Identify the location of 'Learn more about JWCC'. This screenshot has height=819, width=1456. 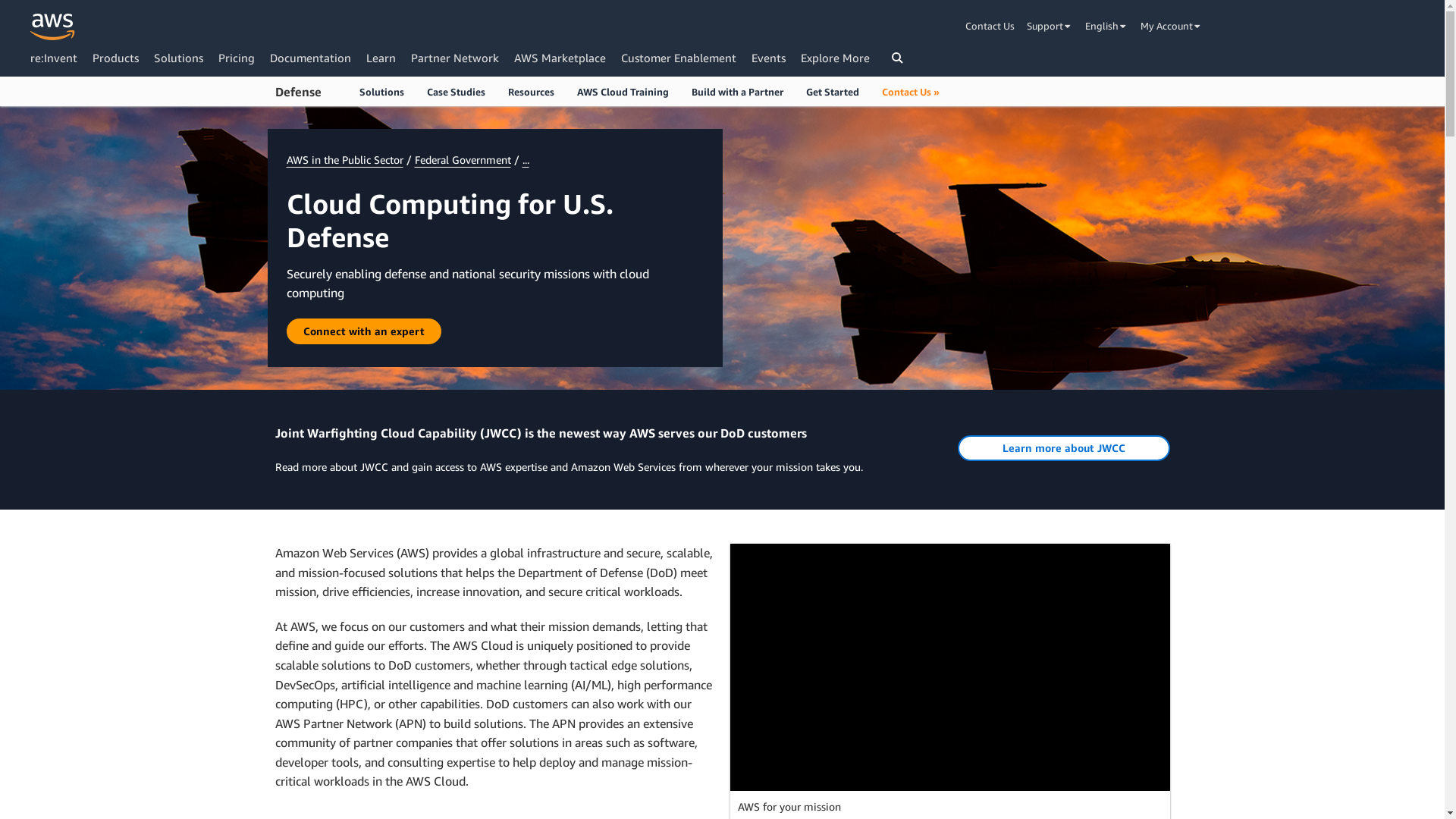
(1062, 447).